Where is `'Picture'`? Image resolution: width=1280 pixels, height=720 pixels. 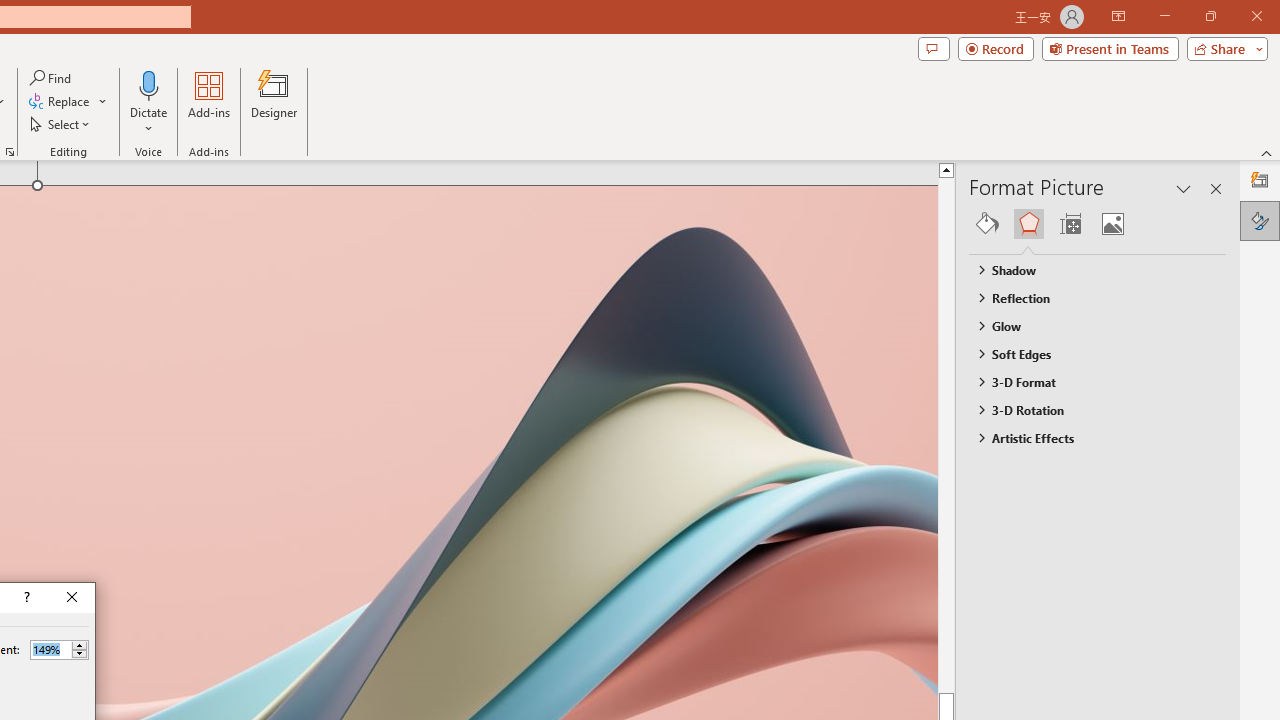
'Picture' is located at coordinates (1111, 223).